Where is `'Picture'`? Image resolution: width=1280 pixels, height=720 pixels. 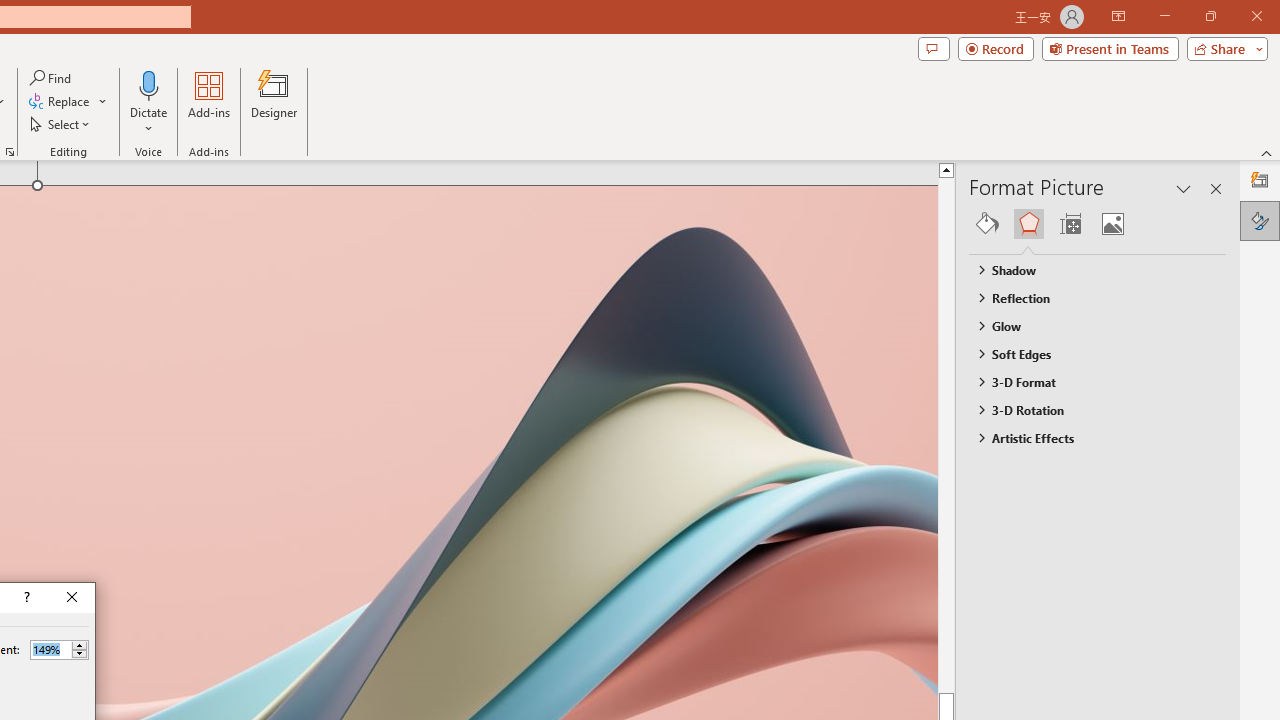
'Picture' is located at coordinates (1111, 223).